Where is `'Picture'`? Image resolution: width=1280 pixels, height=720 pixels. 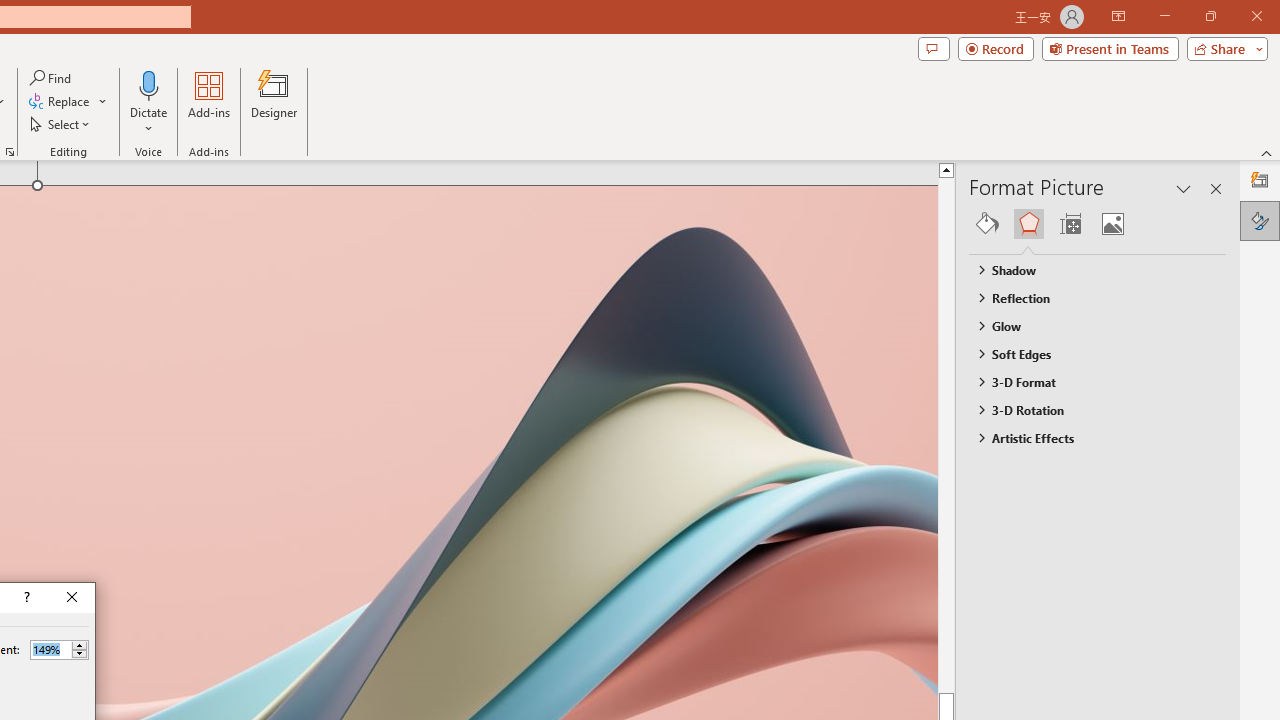
'Picture' is located at coordinates (1111, 223).